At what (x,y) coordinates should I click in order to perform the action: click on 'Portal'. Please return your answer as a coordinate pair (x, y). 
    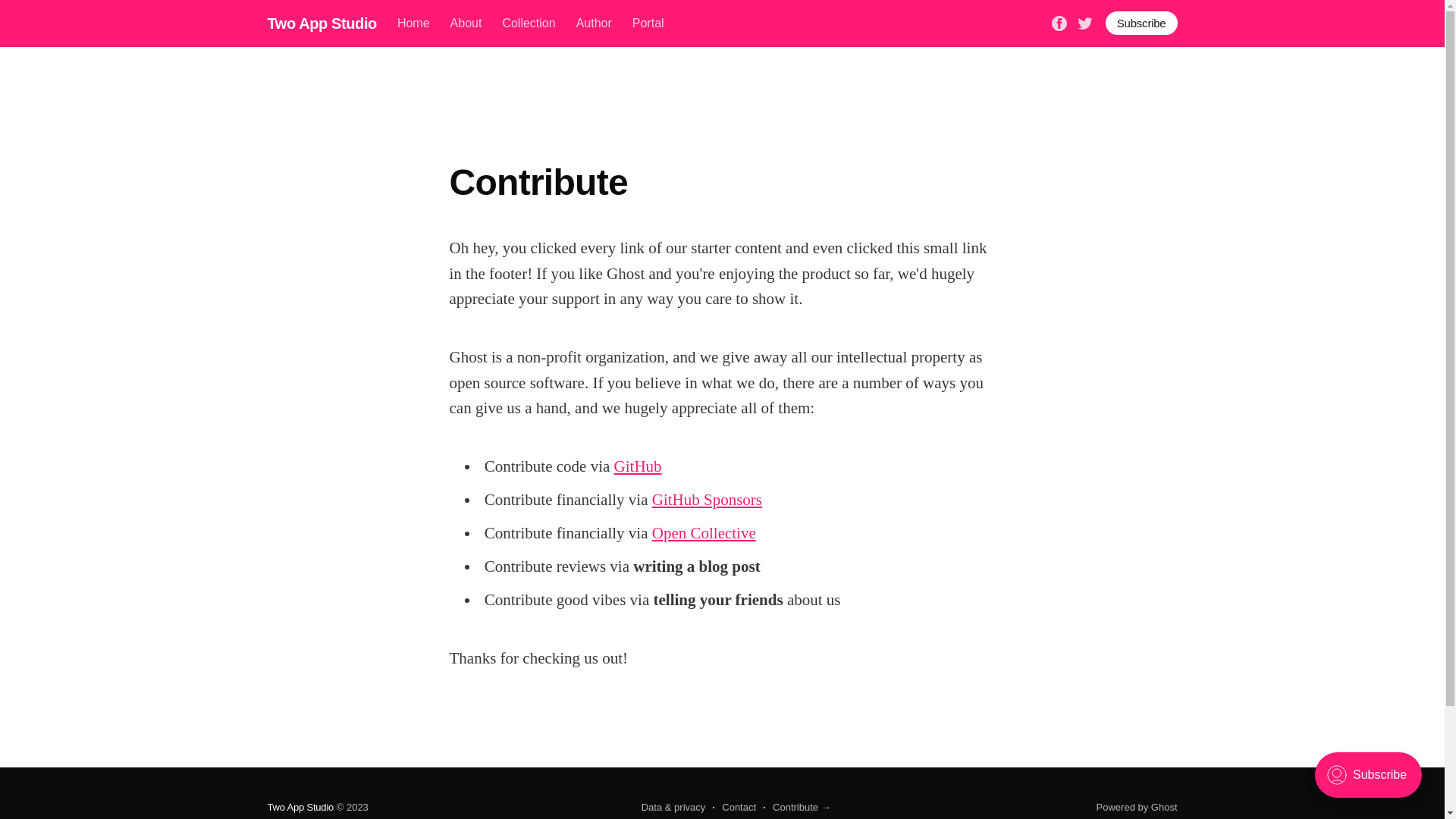
    Looking at the image, I should click on (648, 23).